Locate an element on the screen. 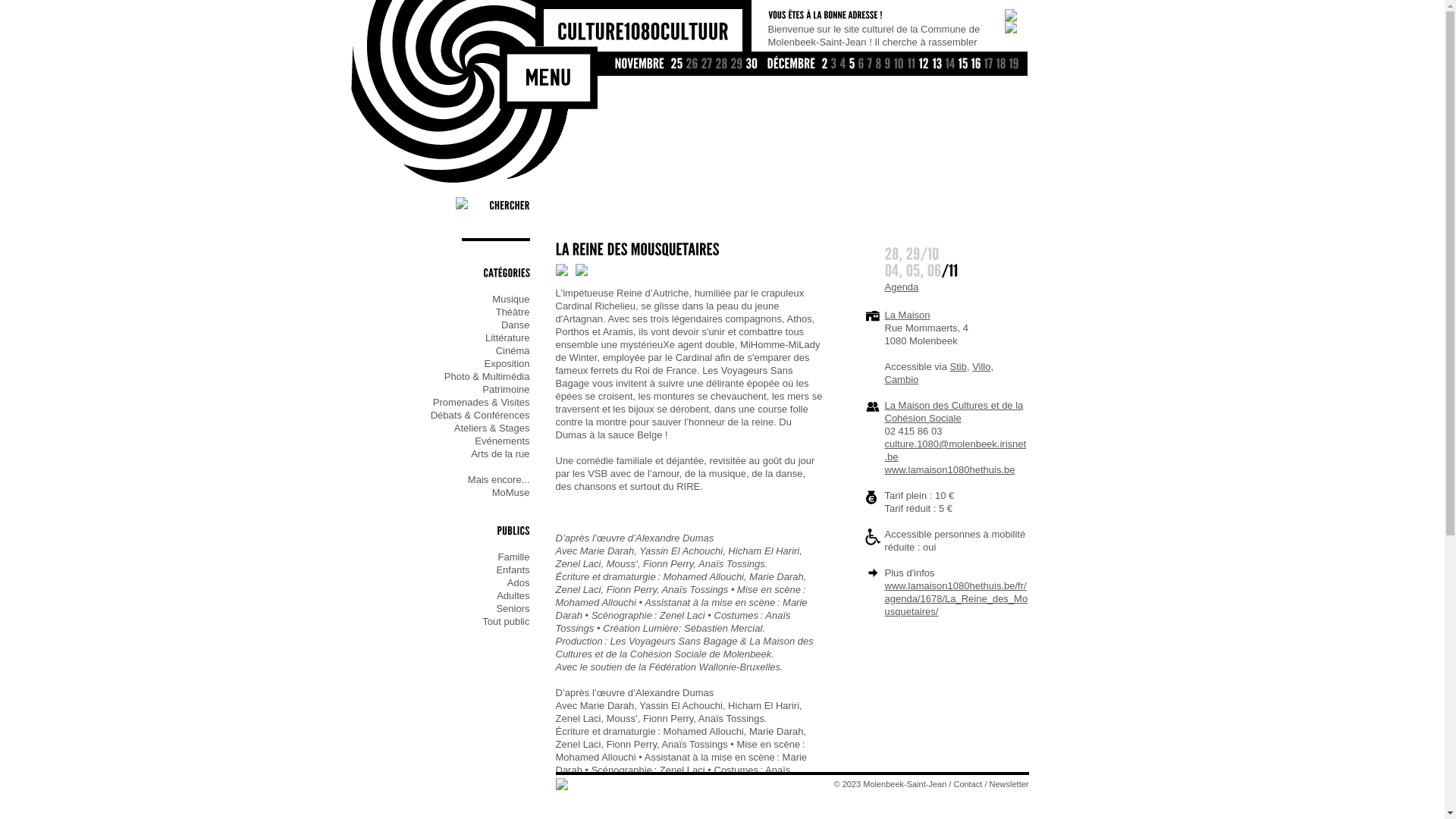 This screenshot has width=1456, height=819. 'Tout public' is located at coordinates (439, 621).